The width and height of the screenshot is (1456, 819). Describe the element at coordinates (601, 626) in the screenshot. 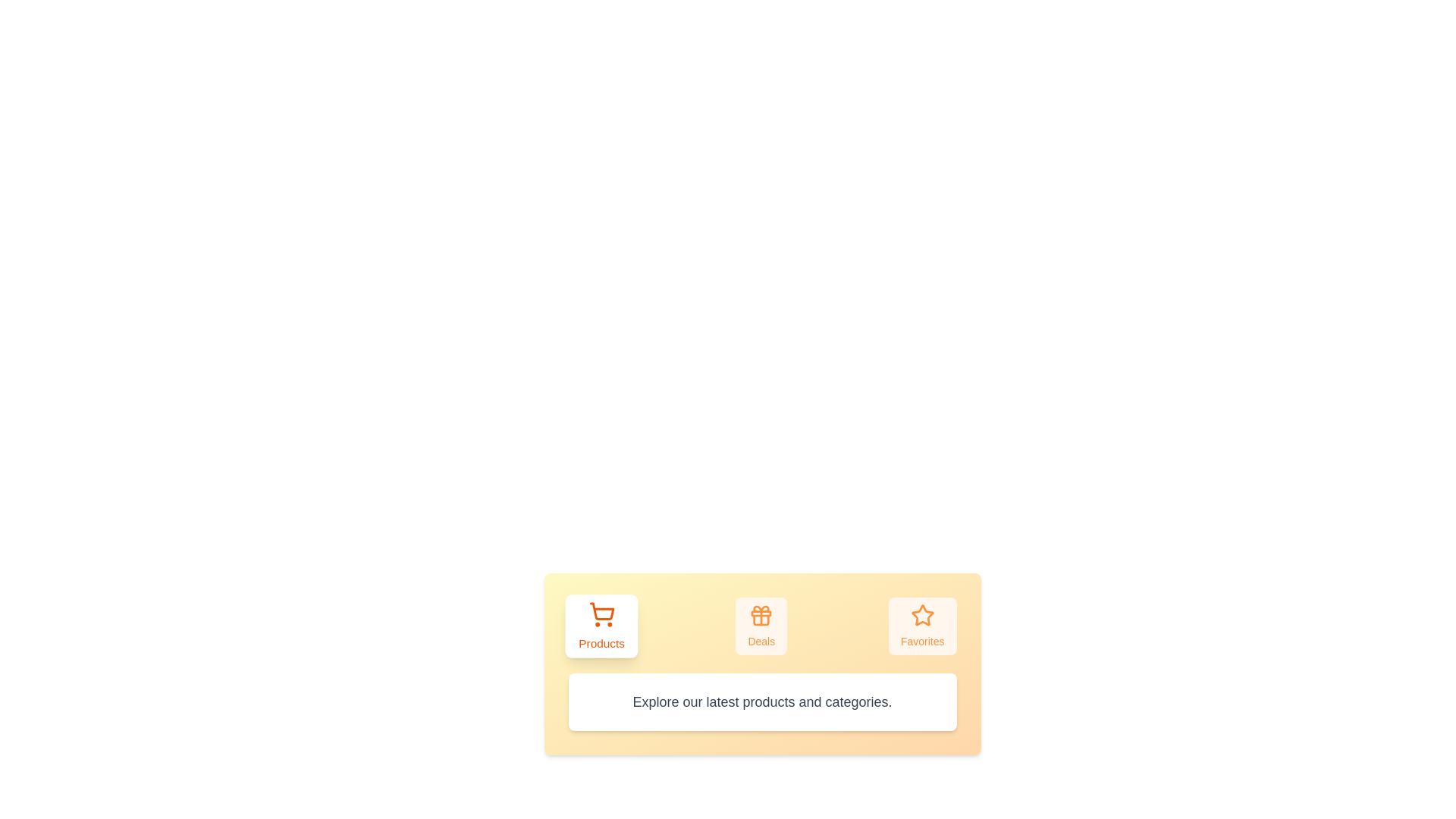

I see `the Products tab by clicking on its button` at that location.